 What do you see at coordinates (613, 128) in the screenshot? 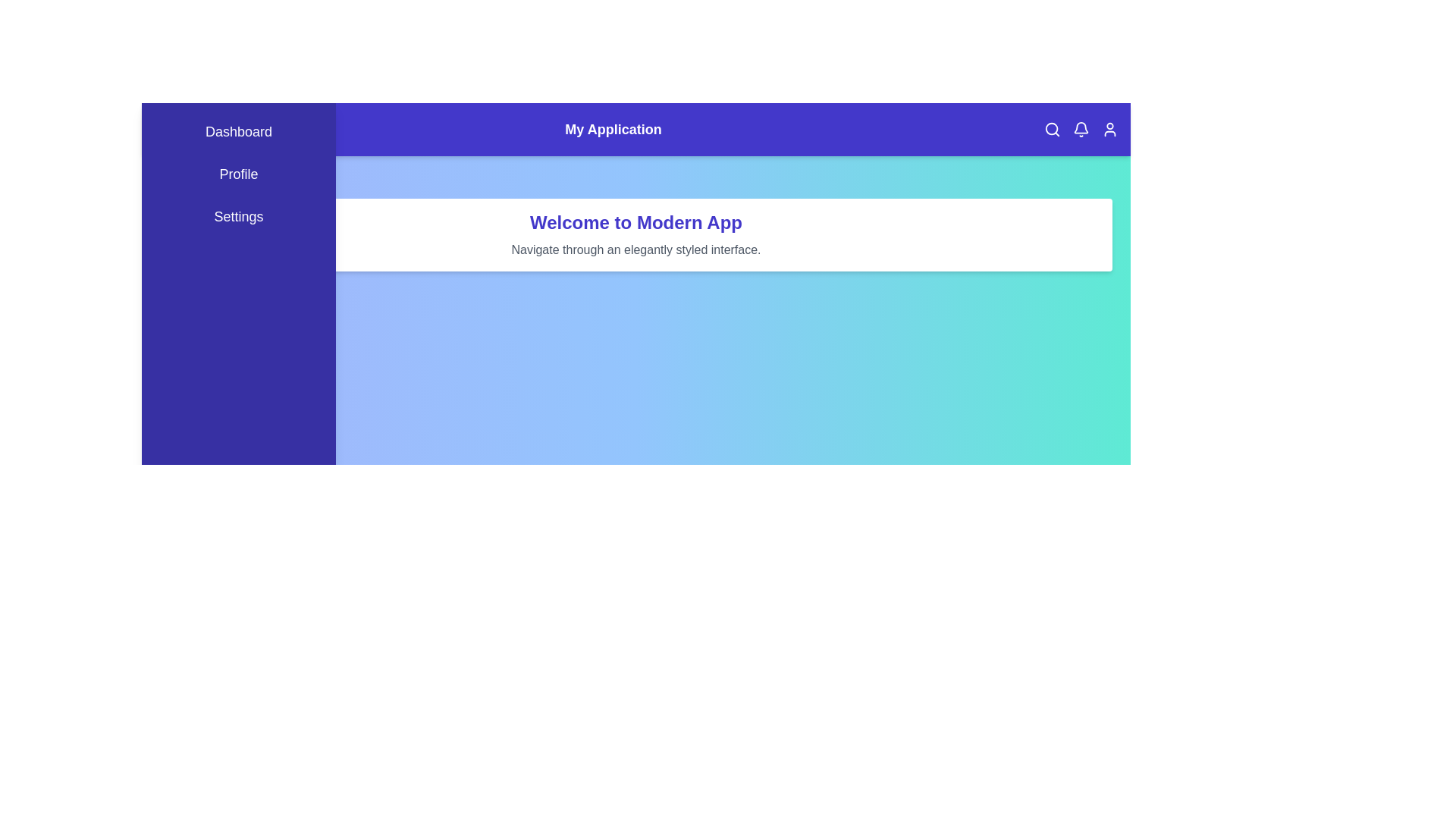
I see `the text element My Application` at bounding box center [613, 128].